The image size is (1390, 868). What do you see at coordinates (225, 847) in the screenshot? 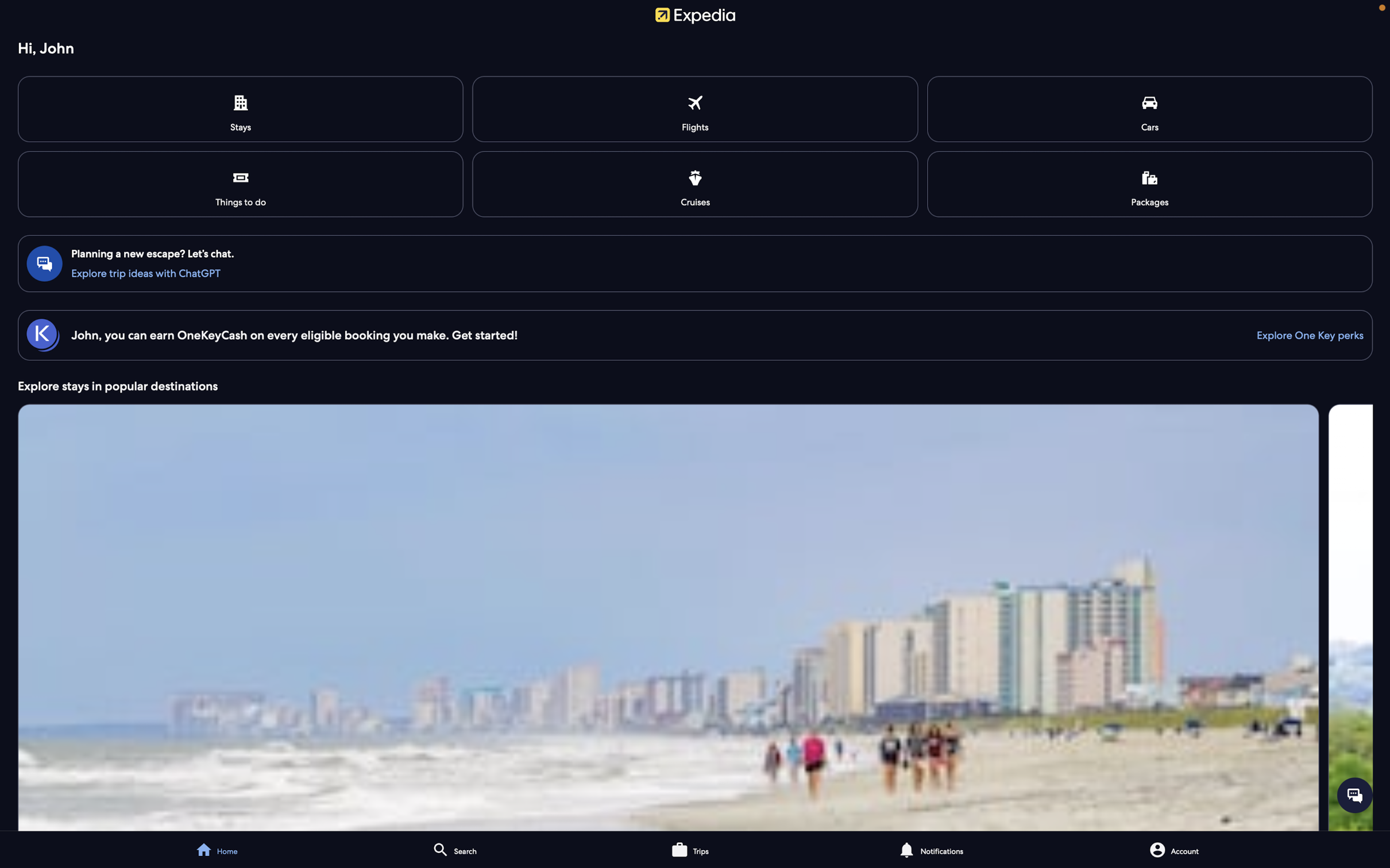
I see `Direct yourself to the primary page` at bounding box center [225, 847].